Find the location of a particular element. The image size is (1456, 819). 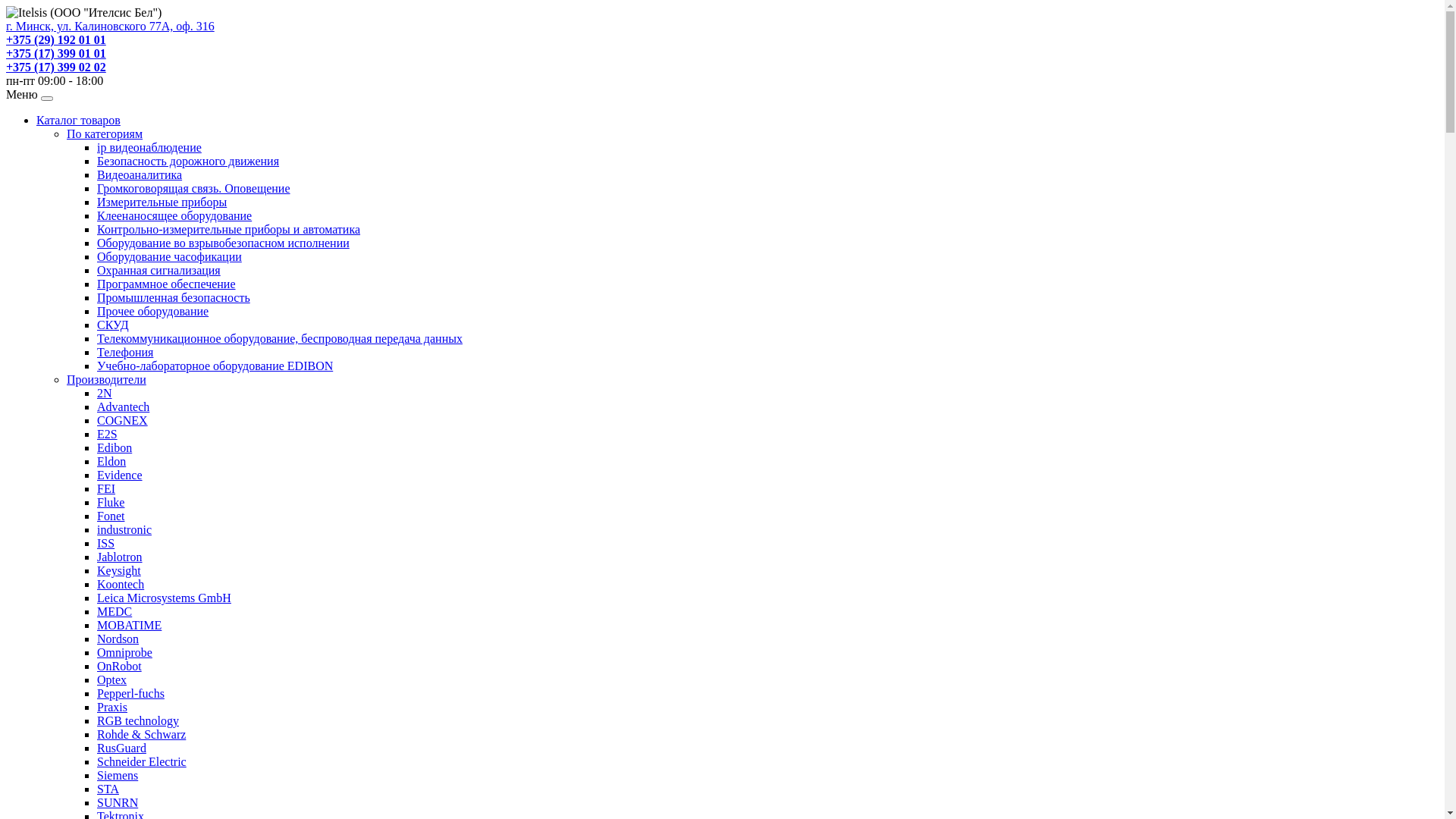

'OnRobot' is located at coordinates (118, 665).